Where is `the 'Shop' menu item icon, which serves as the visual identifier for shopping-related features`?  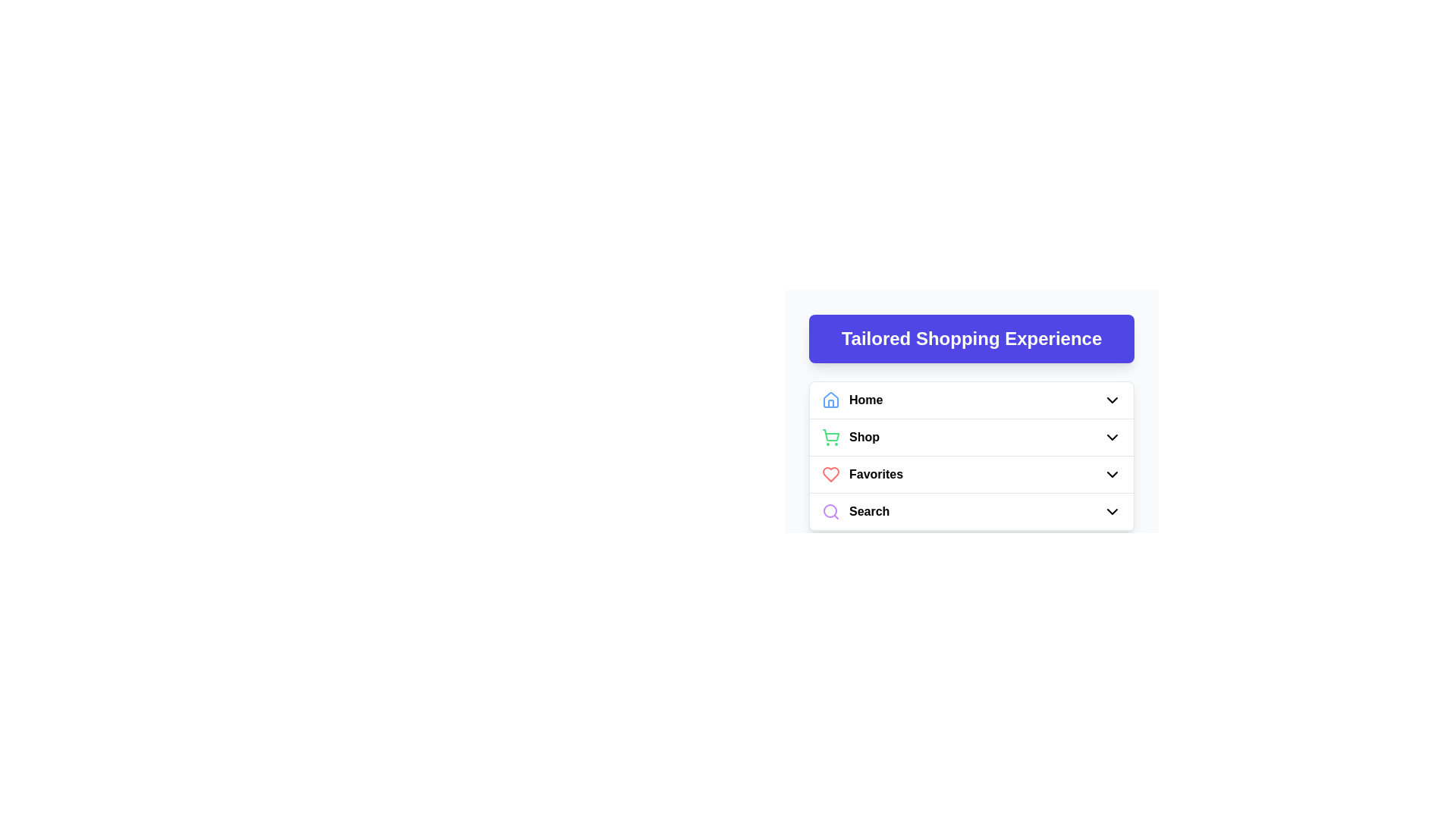
the 'Shop' menu item icon, which serves as the visual identifier for shopping-related features is located at coordinates (830, 435).